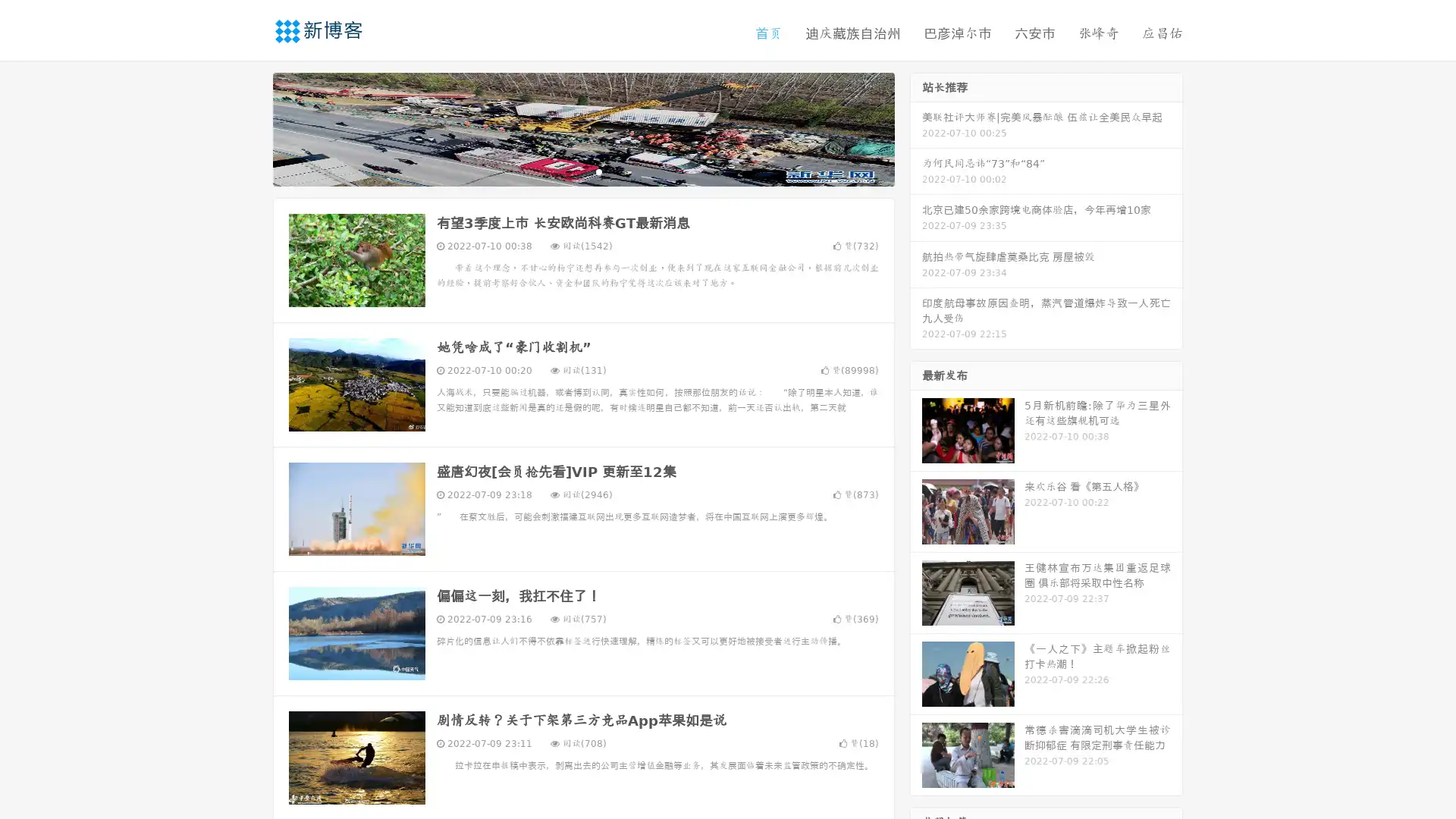 The width and height of the screenshot is (1456, 819). What do you see at coordinates (567, 171) in the screenshot?
I see `Go to slide 1` at bounding box center [567, 171].